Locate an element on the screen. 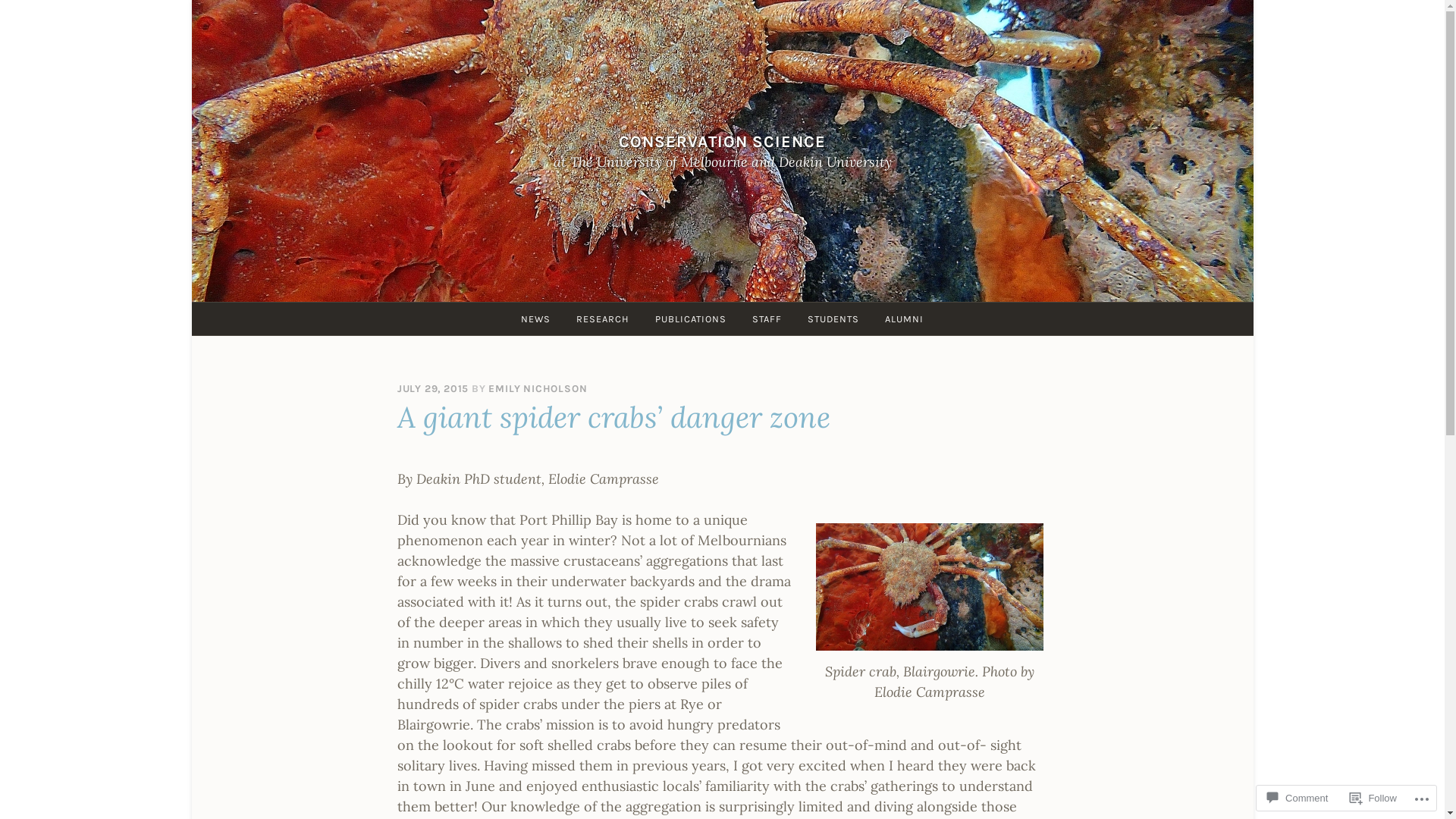 The height and width of the screenshot is (819, 1456). 'STAFF' is located at coordinates (767, 318).